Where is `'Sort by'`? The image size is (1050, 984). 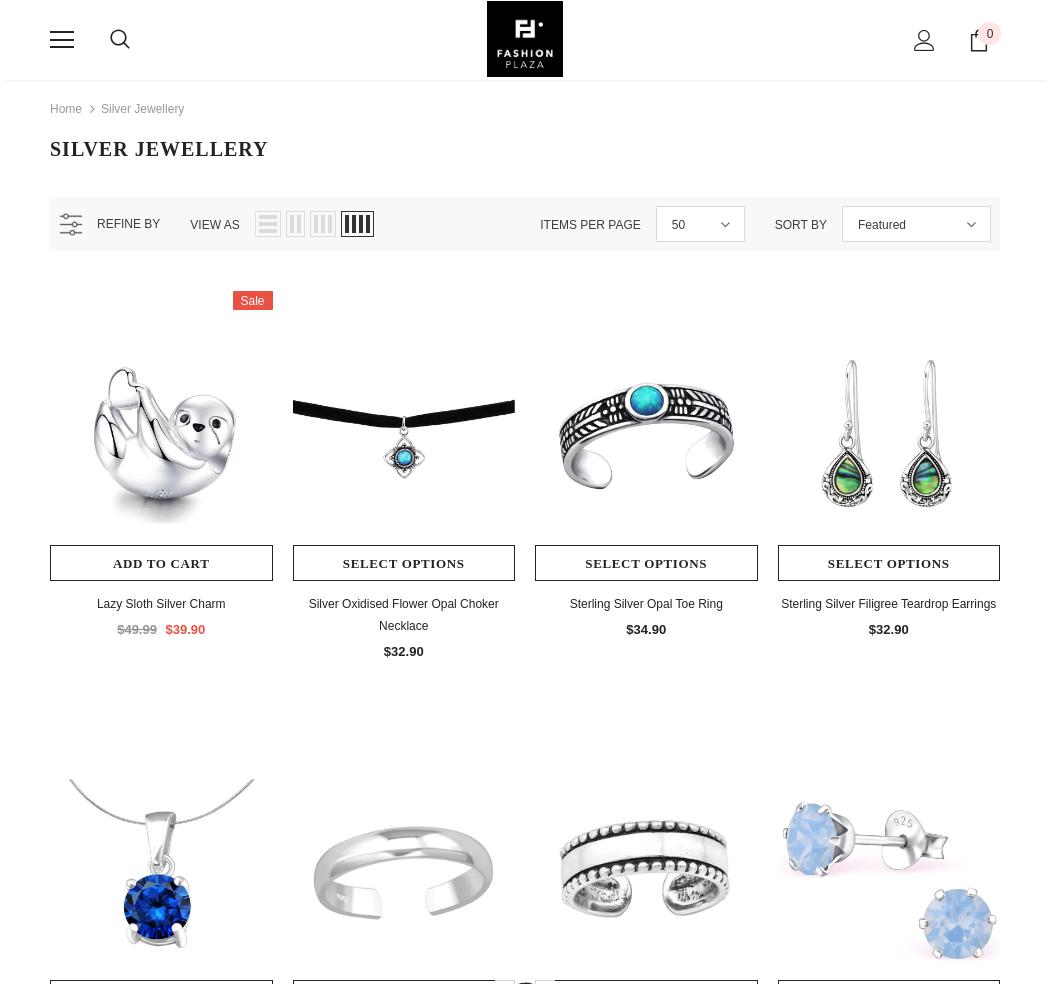
'Sort by' is located at coordinates (799, 225).